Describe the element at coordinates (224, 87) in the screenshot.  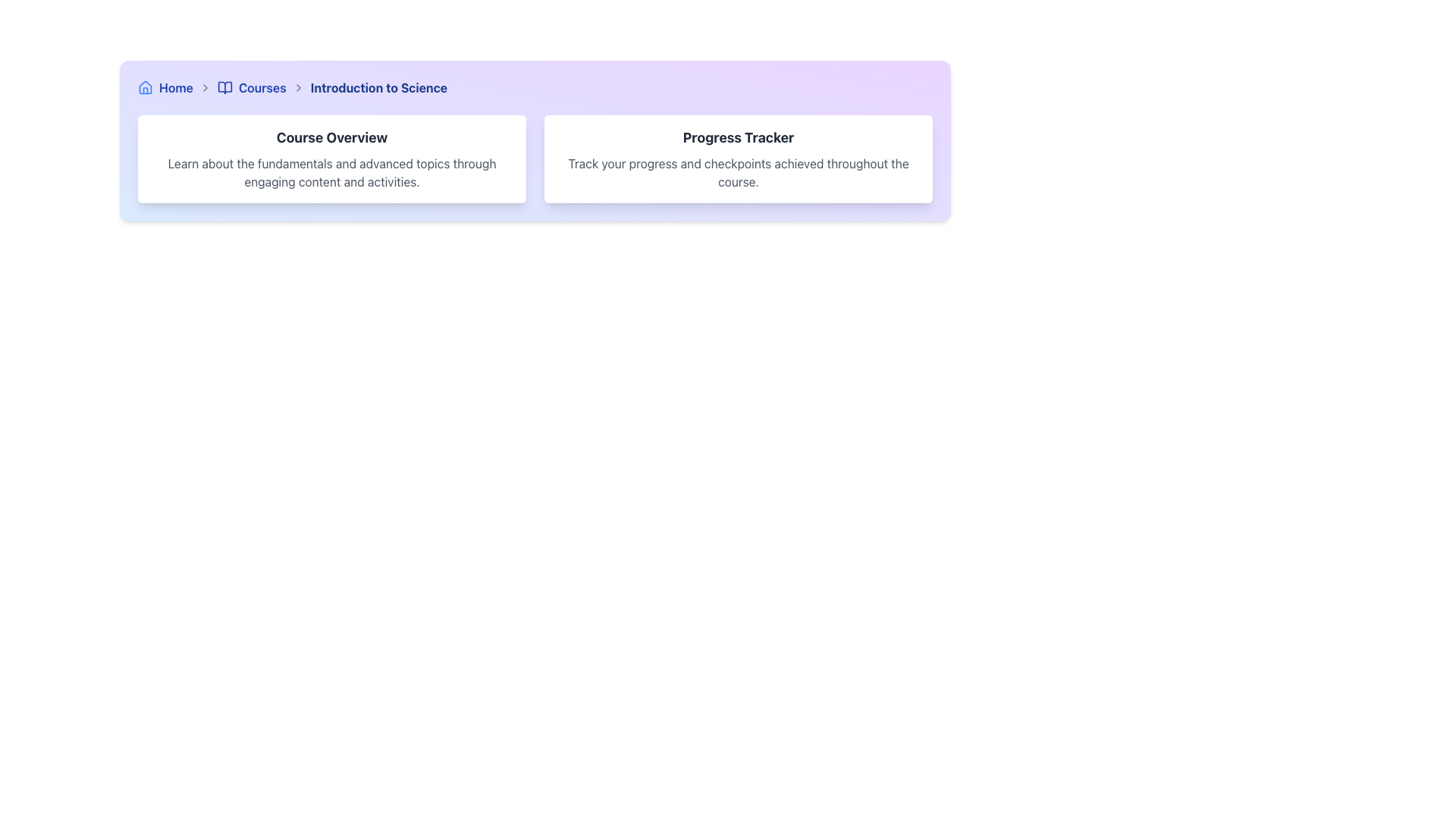
I see `the open book icon located next to the 'Courses' text in the breadcrumb navigation bar` at that location.